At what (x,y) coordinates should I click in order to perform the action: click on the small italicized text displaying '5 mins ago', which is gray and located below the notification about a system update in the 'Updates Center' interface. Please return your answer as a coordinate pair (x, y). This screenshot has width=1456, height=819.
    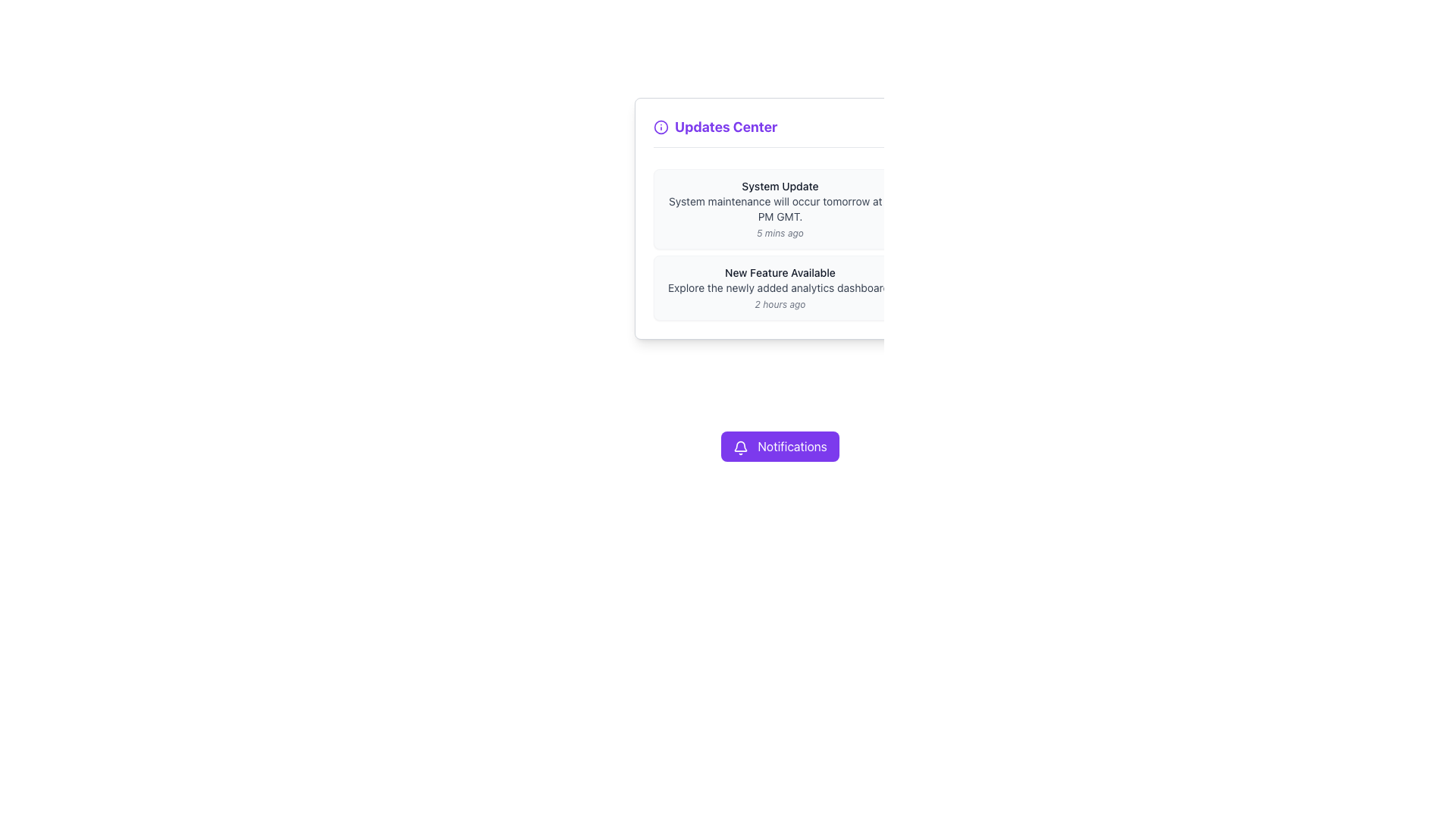
    Looking at the image, I should click on (780, 234).